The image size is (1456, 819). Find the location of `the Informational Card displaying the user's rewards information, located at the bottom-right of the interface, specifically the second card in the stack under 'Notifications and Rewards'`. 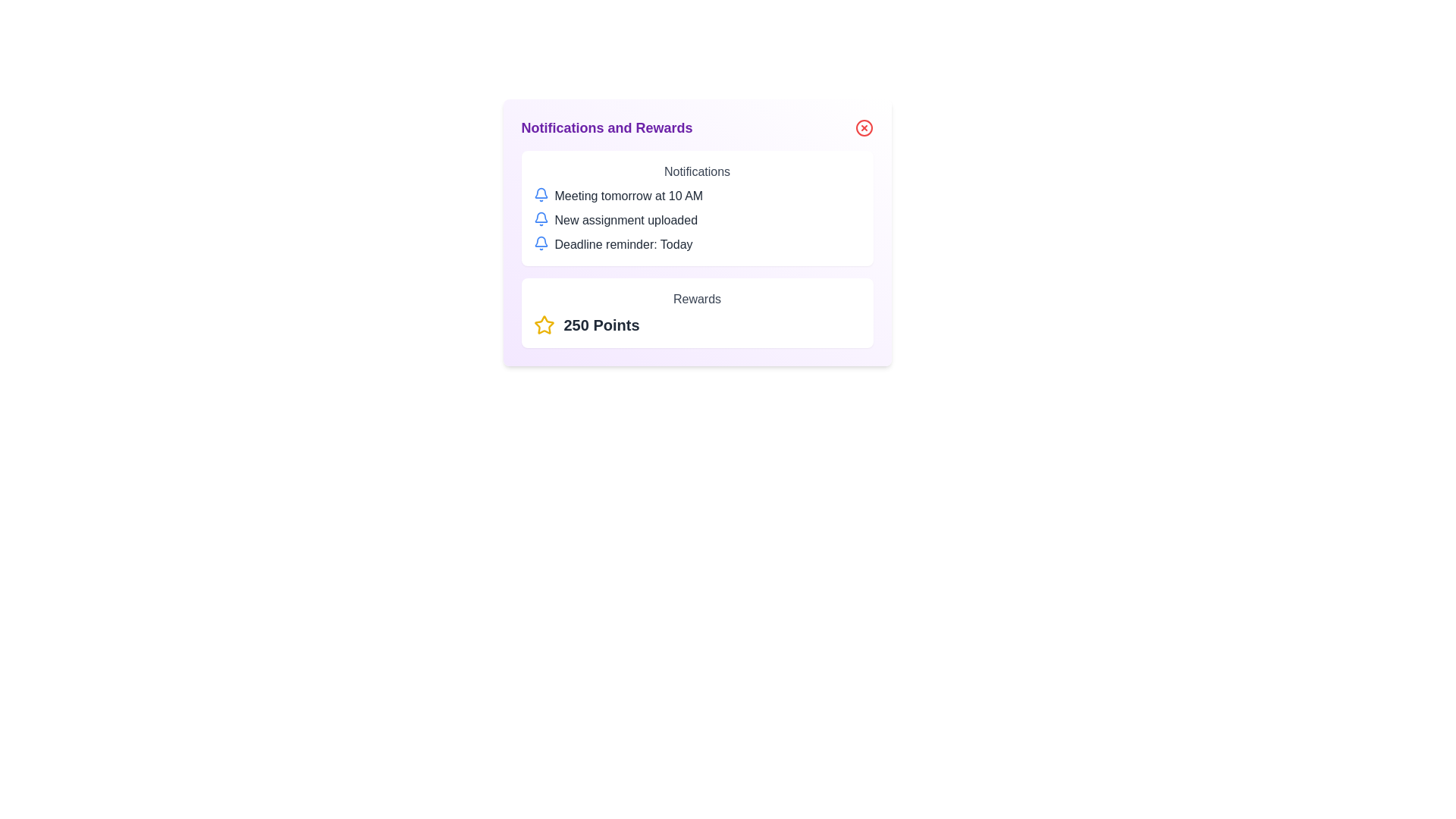

the Informational Card displaying the user's rewards information, located at the bottom-right of the interface, specifically the second card in the stack under 'Notifications and Rewards' is located at coordinates (696, 312).